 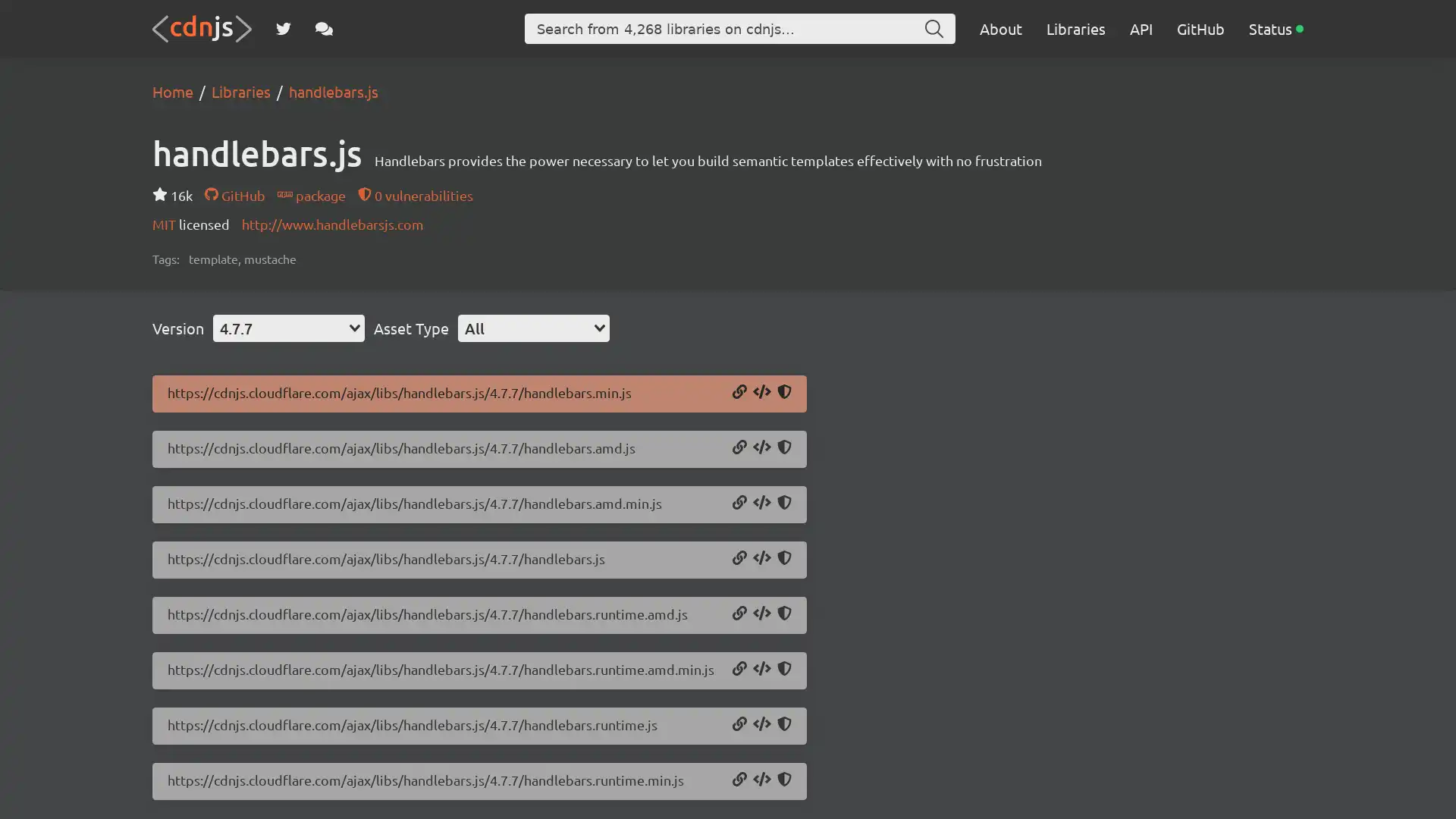 What do you see at coordinates (784, 559) in the screenshot?
I see `Copy SRI Hash` at bounding box center [784, 559].